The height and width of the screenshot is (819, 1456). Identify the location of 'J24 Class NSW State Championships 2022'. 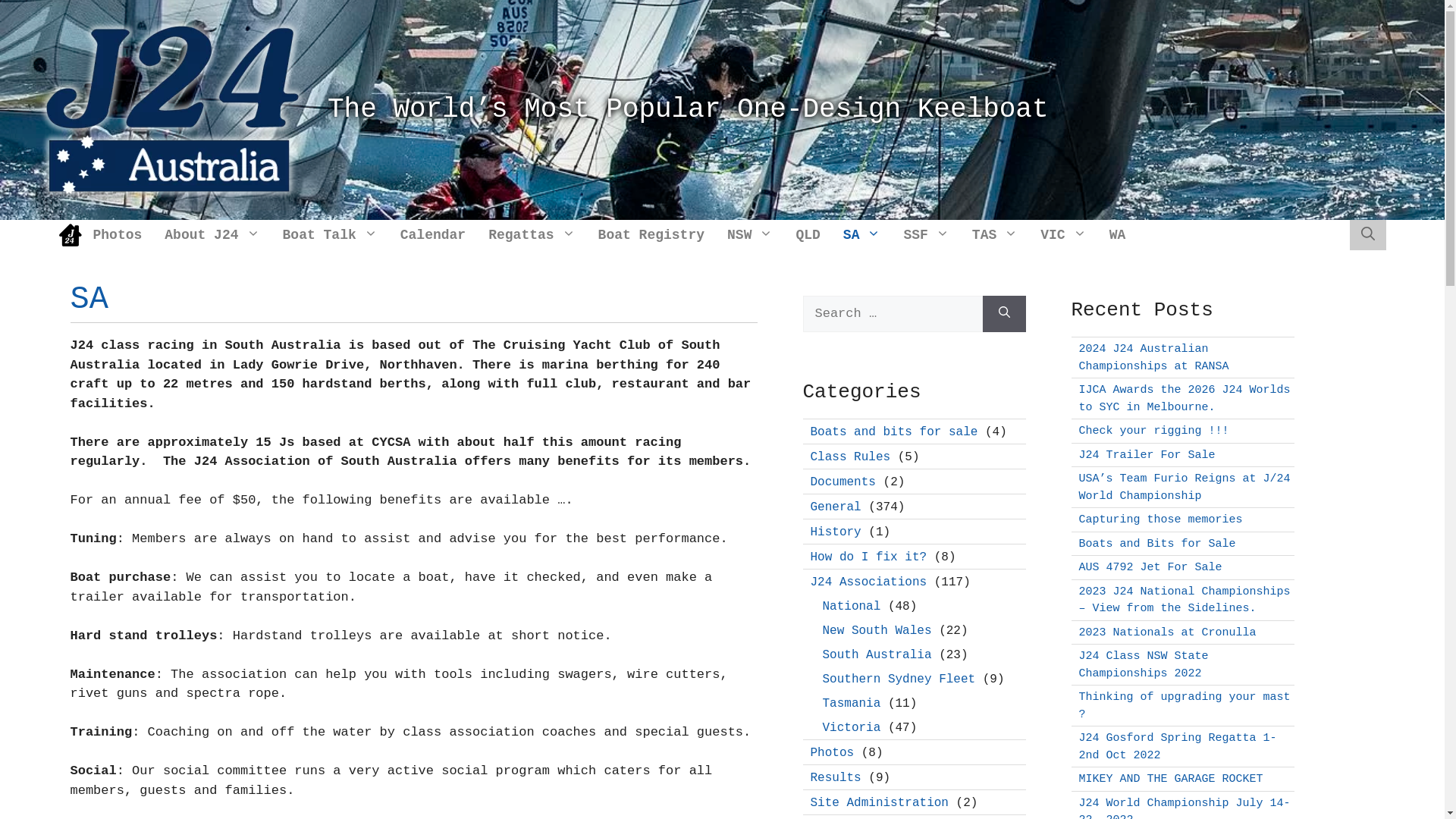
(1143, 664).